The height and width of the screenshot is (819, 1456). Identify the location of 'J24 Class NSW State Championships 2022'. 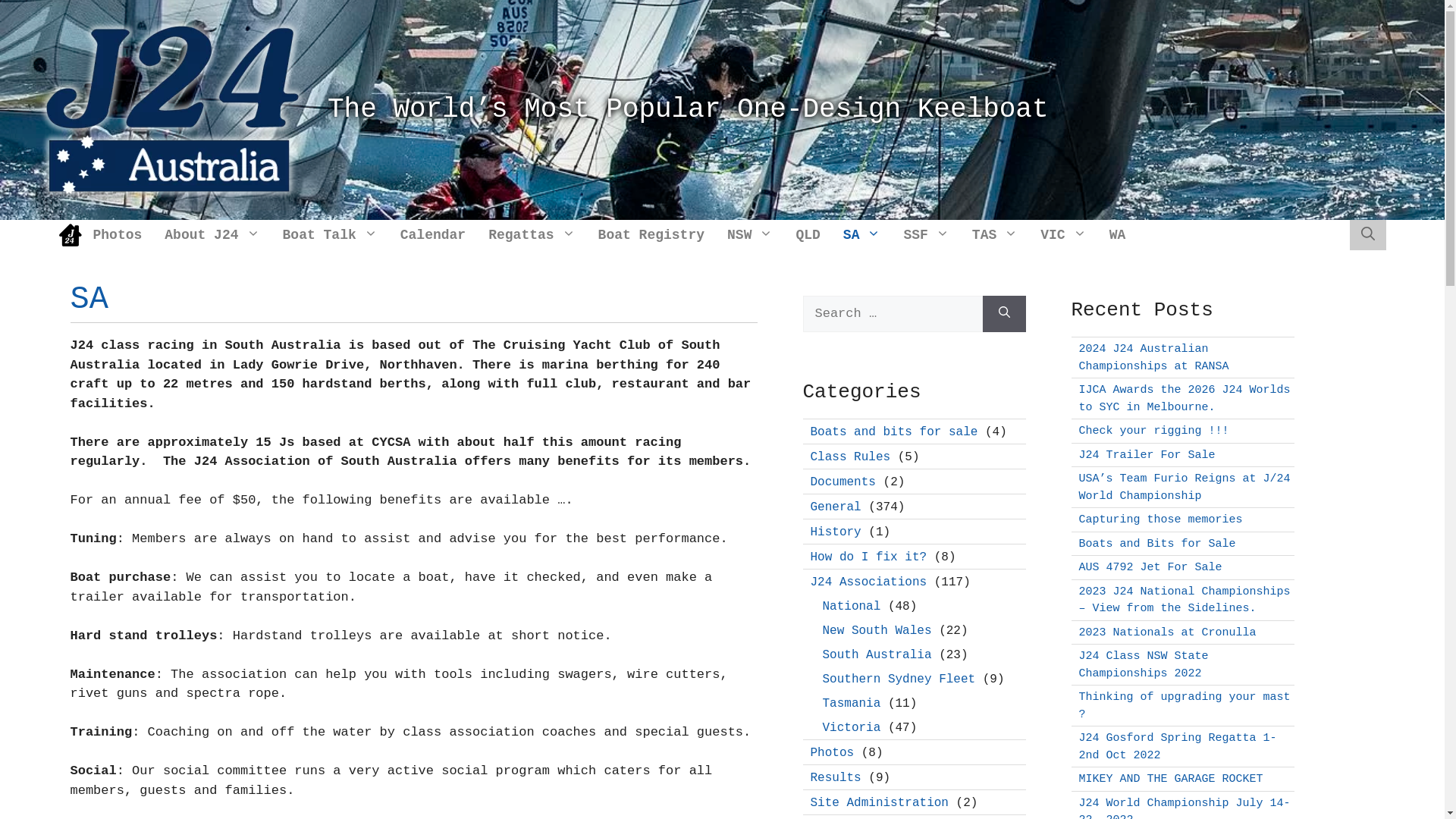
(1143, 664).